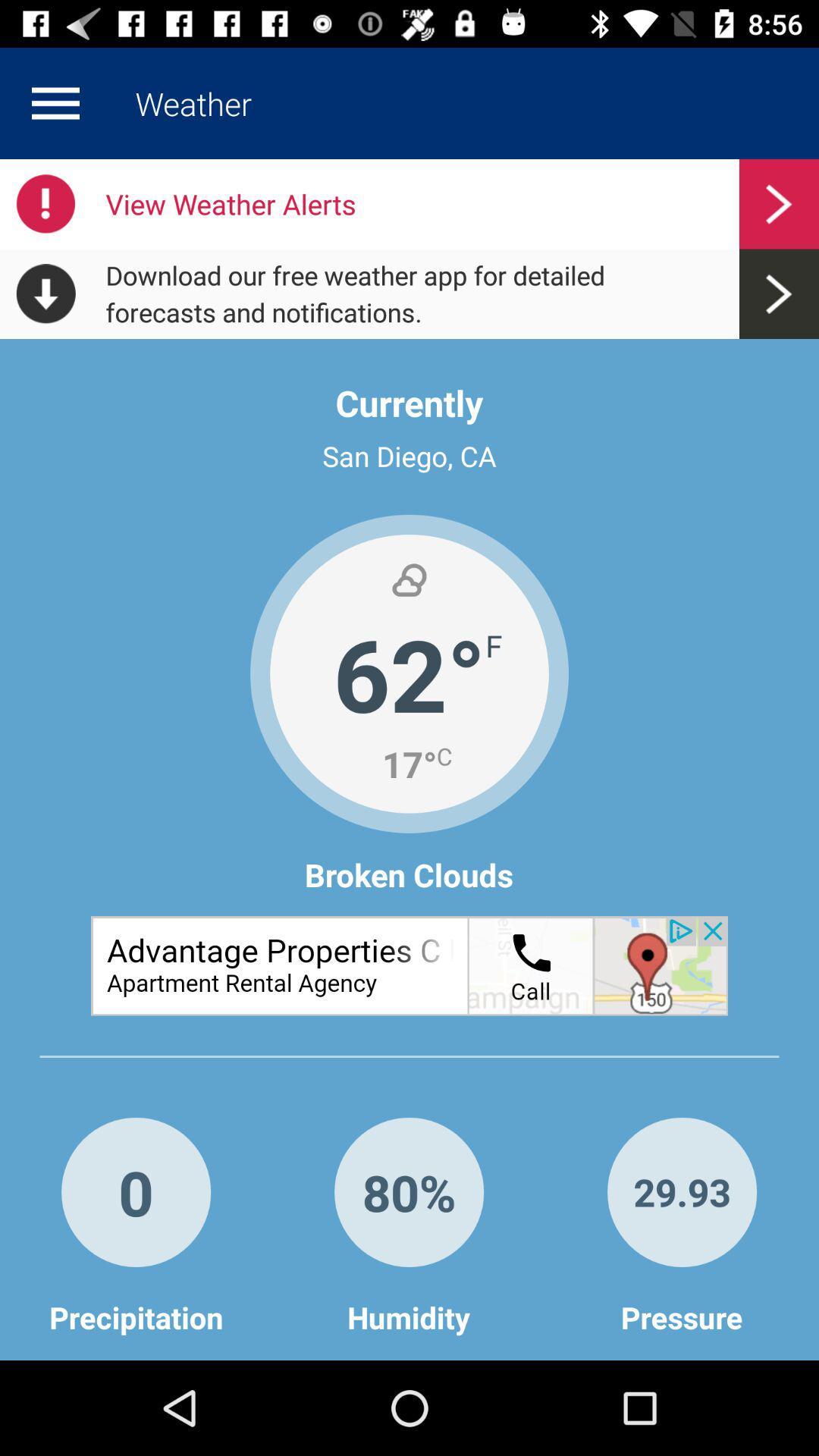  I want to click on the menu icon, so click(55, 102).